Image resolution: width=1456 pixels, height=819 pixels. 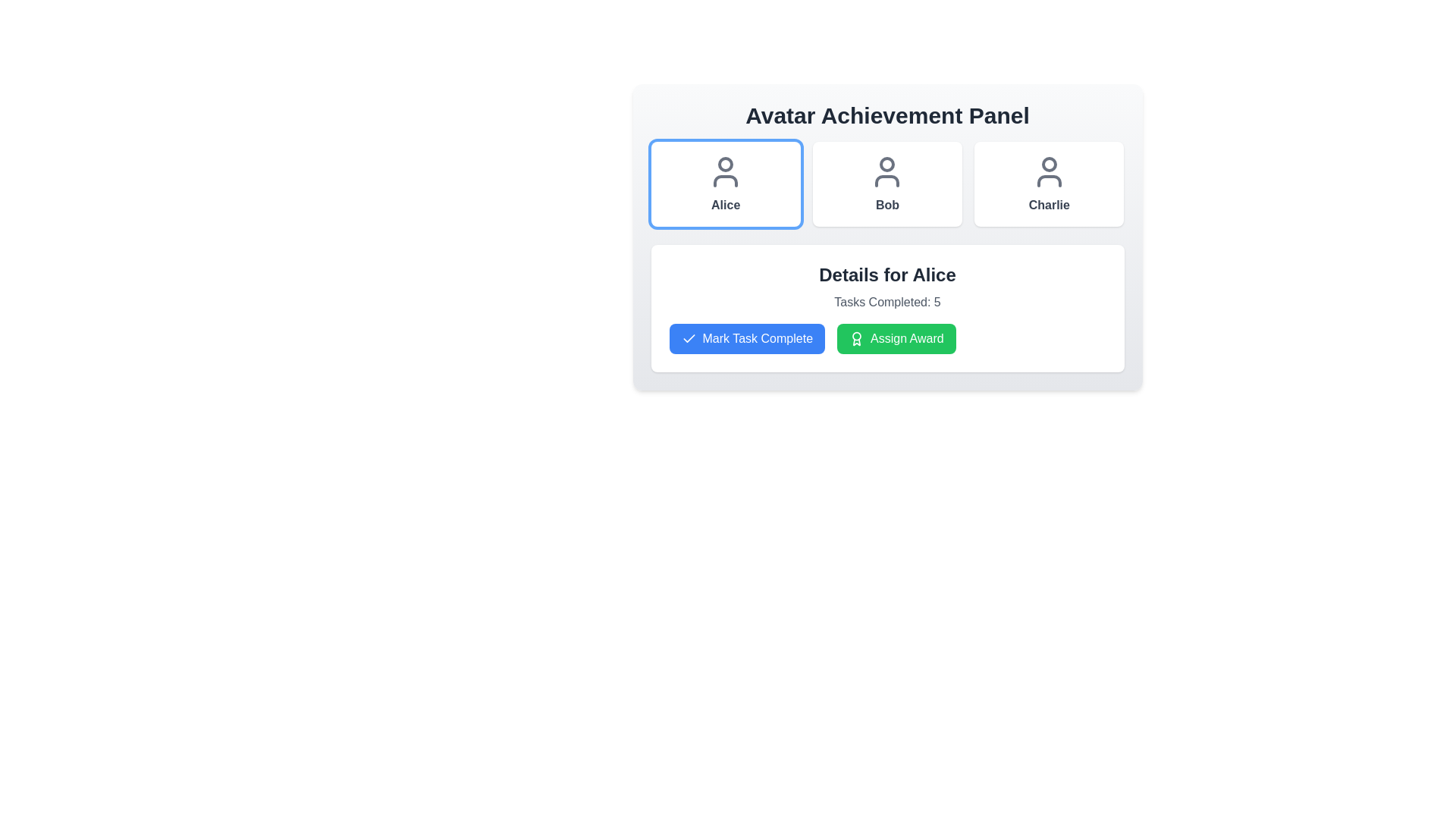 What do you see at coordinates (887, 184) in the screenshot?
I see `the Profile card representing 'Bob' in the grid of profile cards below the 'Avatar Achievement Panel'` at bounding box center [887, 184].